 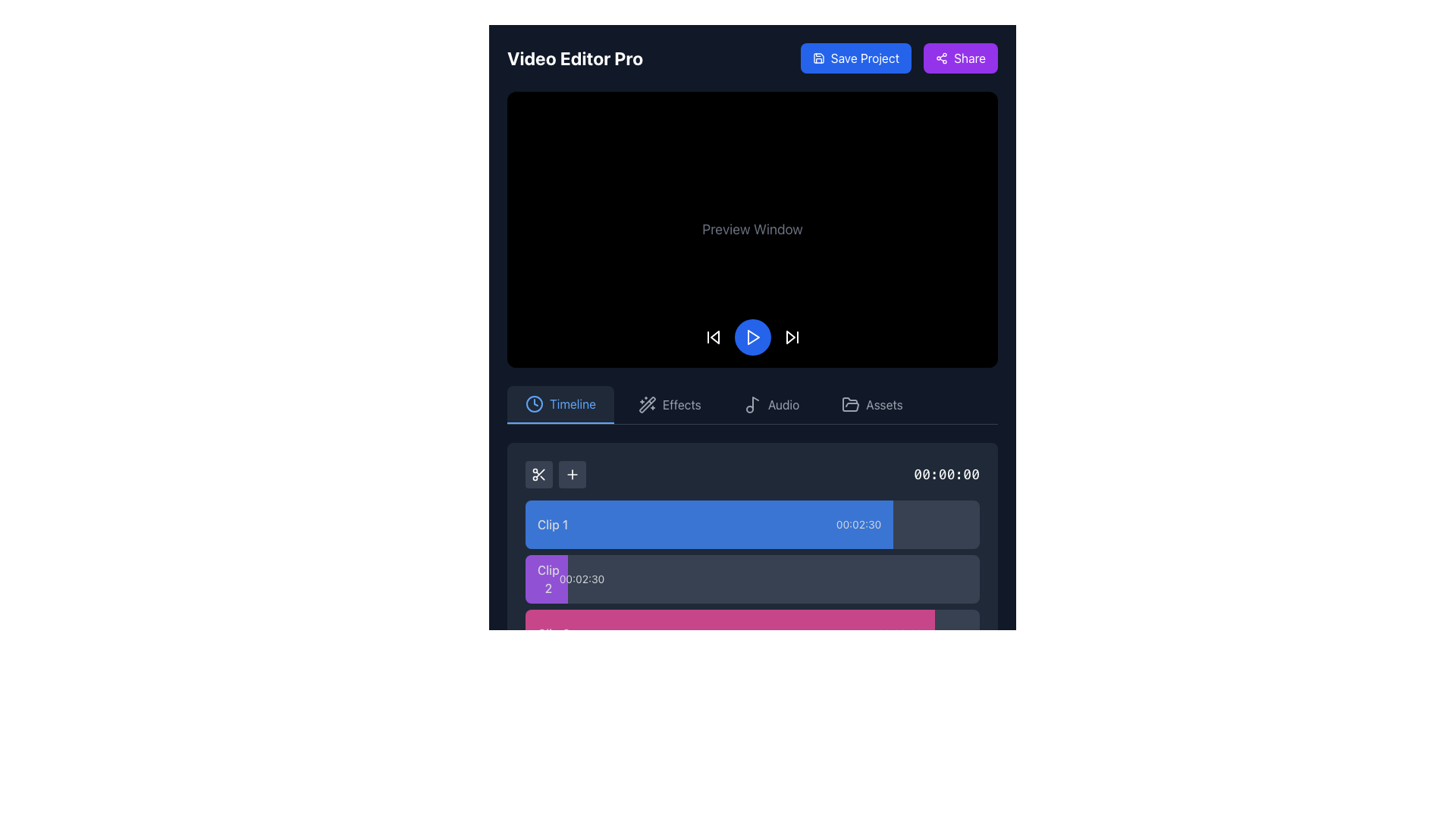 I want to click on the 'Effects' text label in the menu bar, so click(x=681, y=403).